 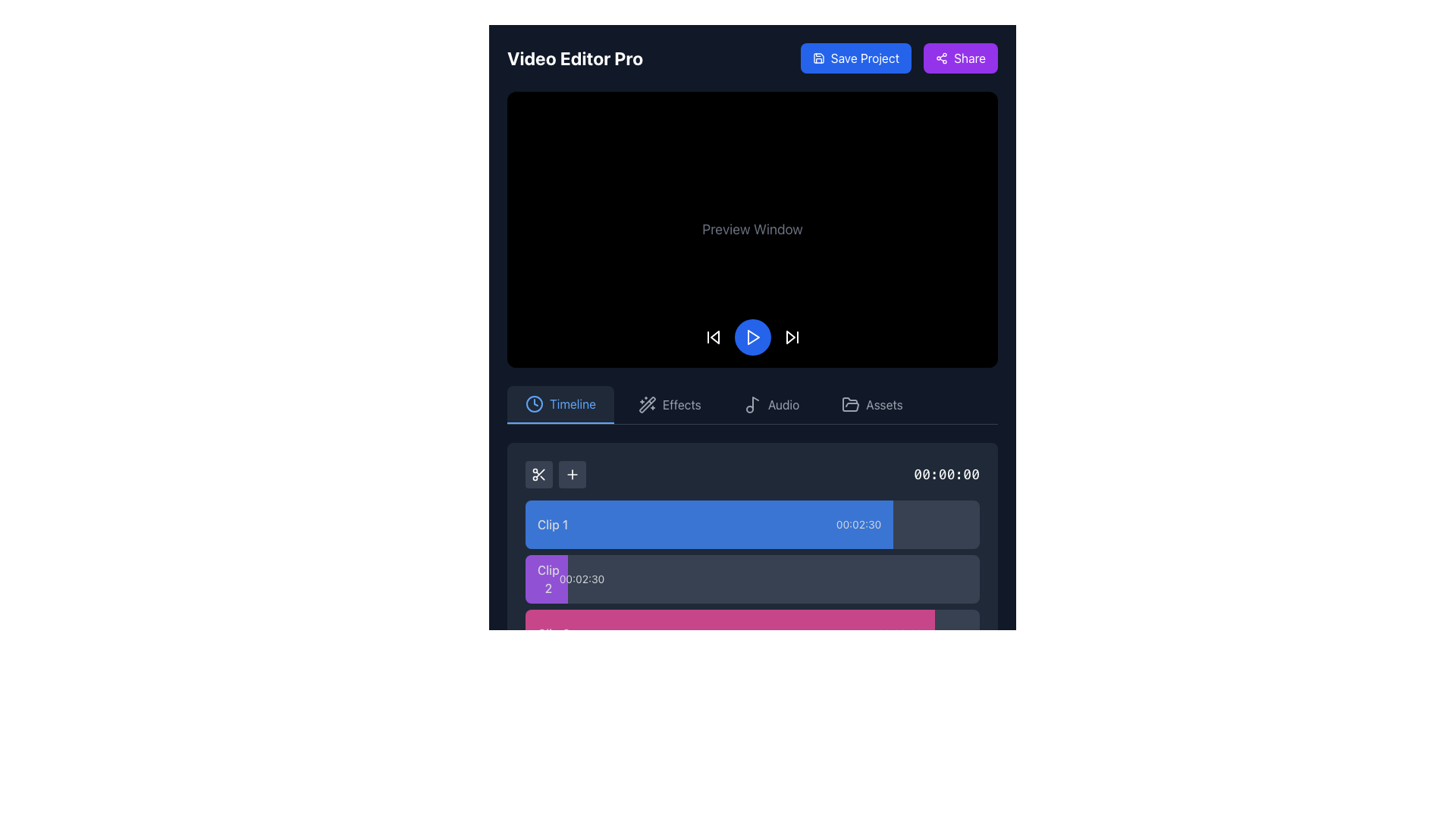 I want to click on the 'Effects' text label in the menu bar, so click(x=681, y=403).